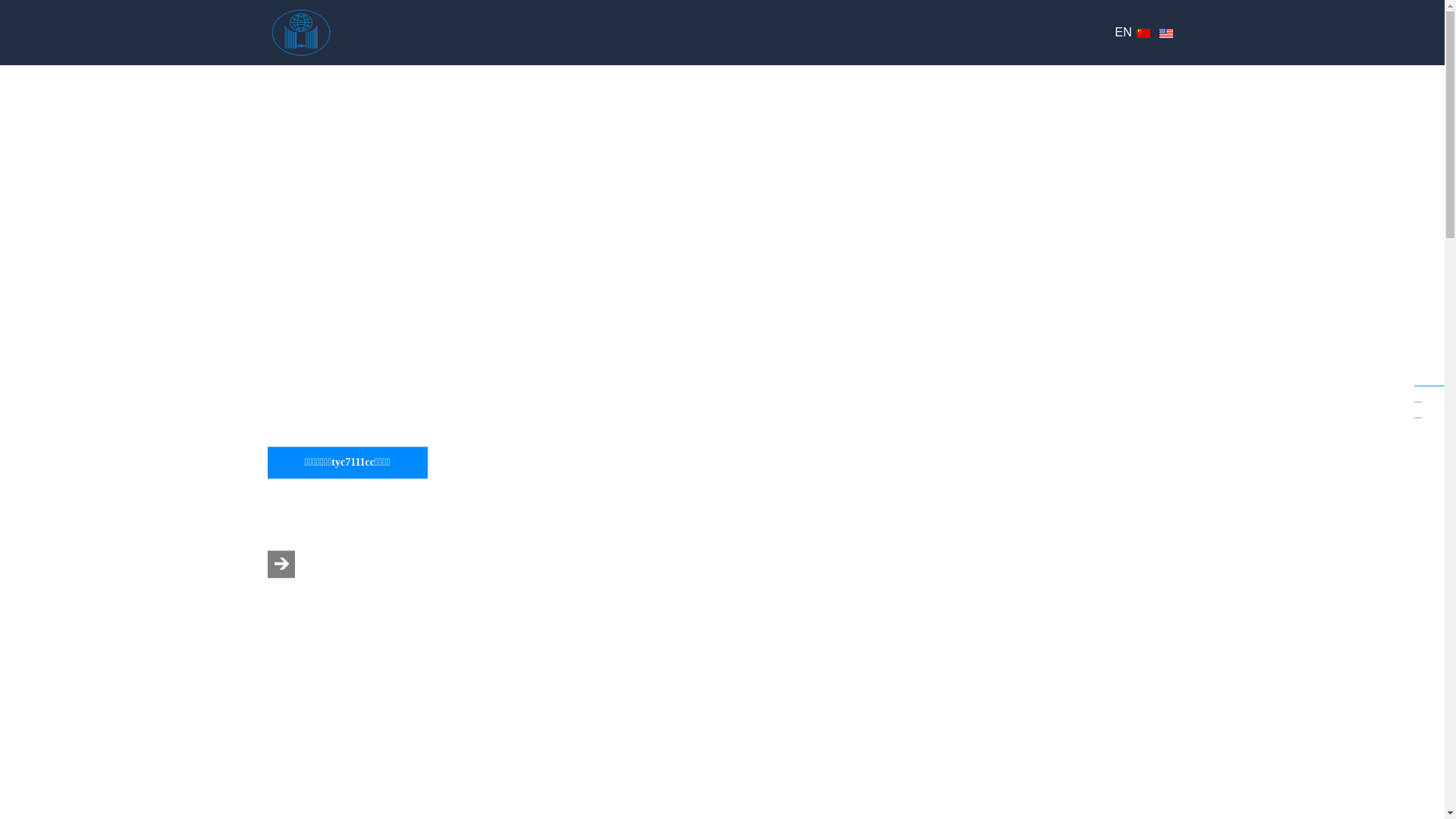  Describe the element at coordinates (1123, 32) in the screenshot. I see `'EN'` at that location.